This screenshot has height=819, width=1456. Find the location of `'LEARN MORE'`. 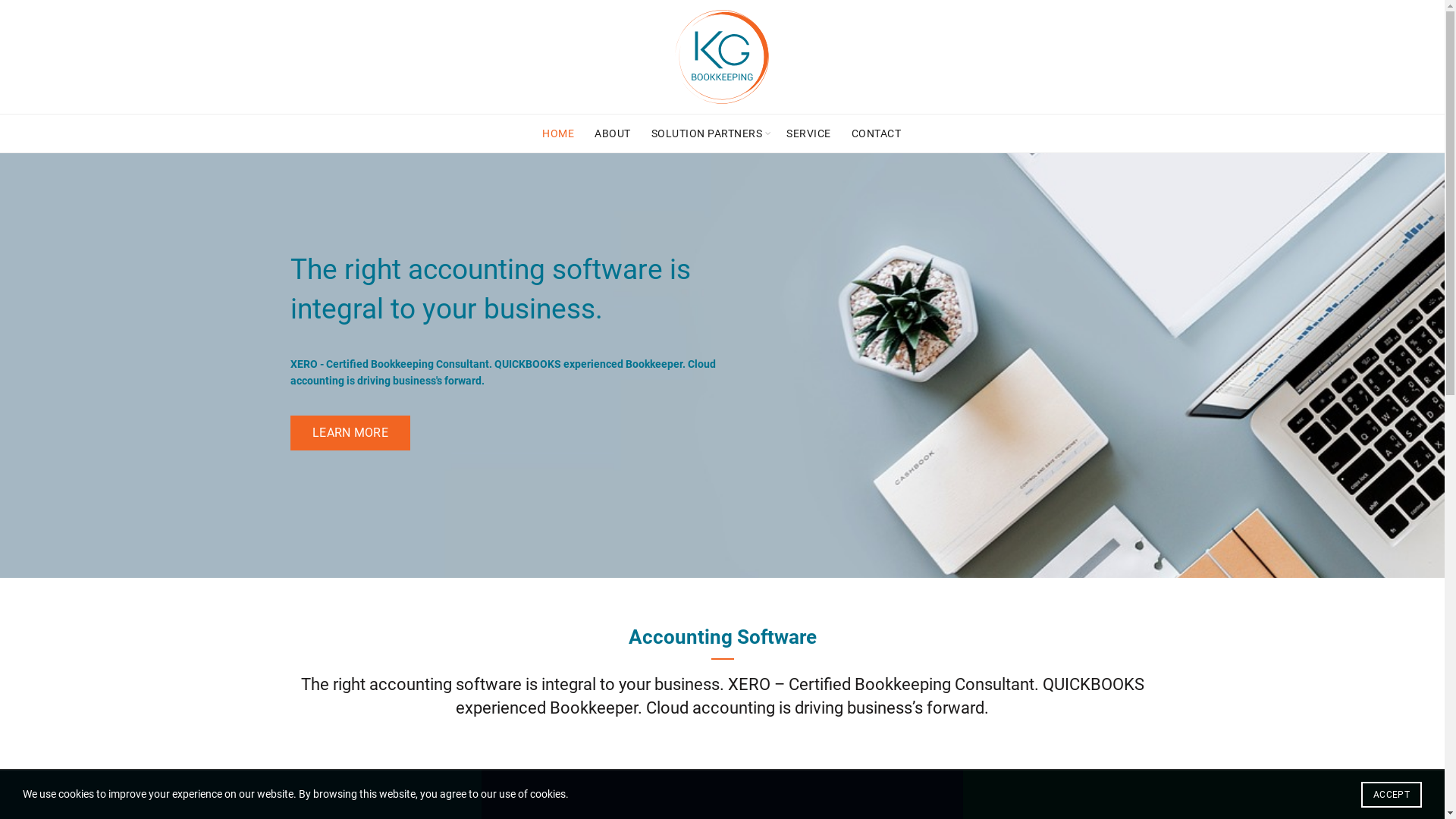

'LEARN MORE' is located at coordinates (290, 433).